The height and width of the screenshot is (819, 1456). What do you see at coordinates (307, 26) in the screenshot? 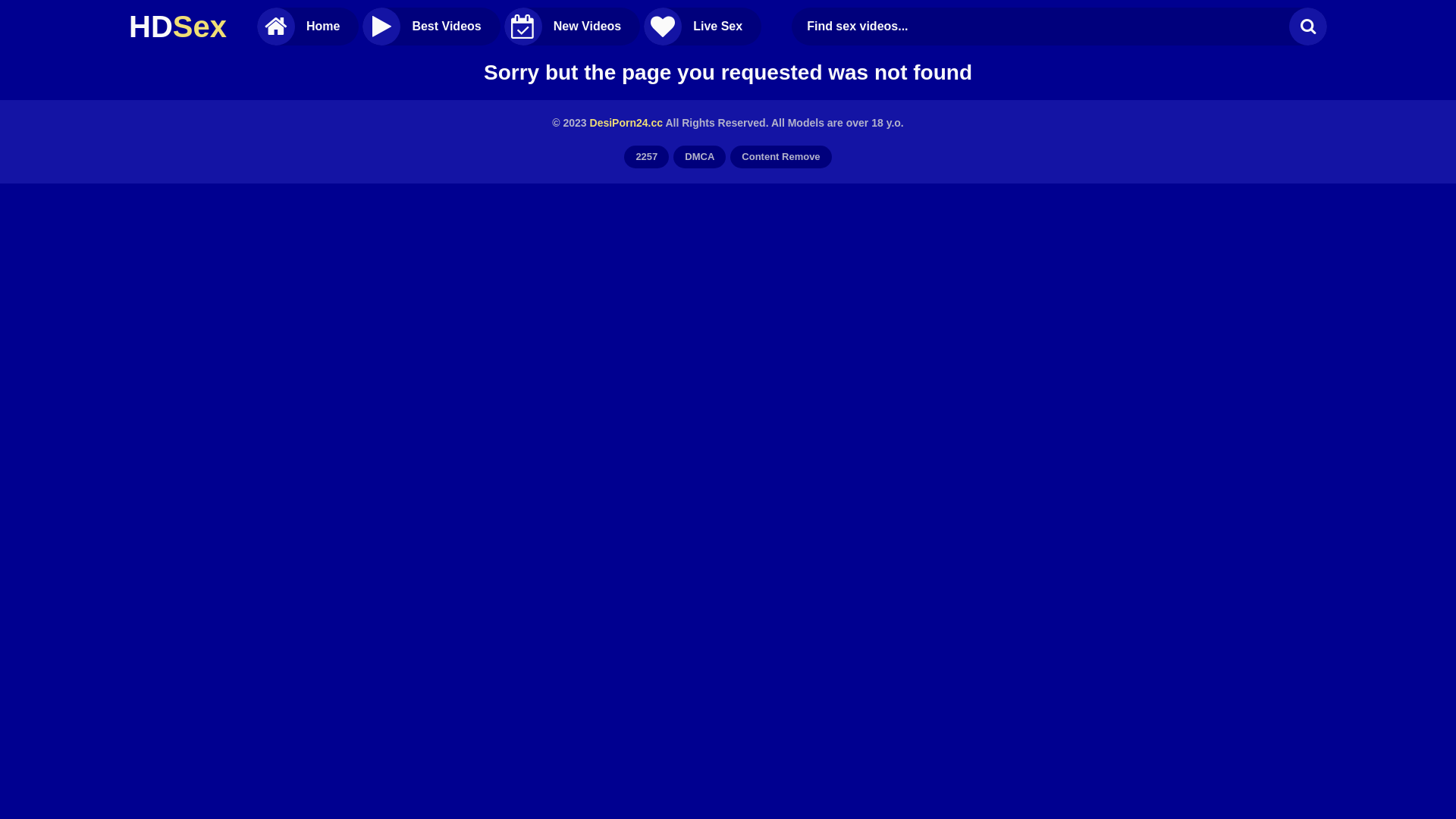
I see `'Home'` at bounding box center [307, 26].